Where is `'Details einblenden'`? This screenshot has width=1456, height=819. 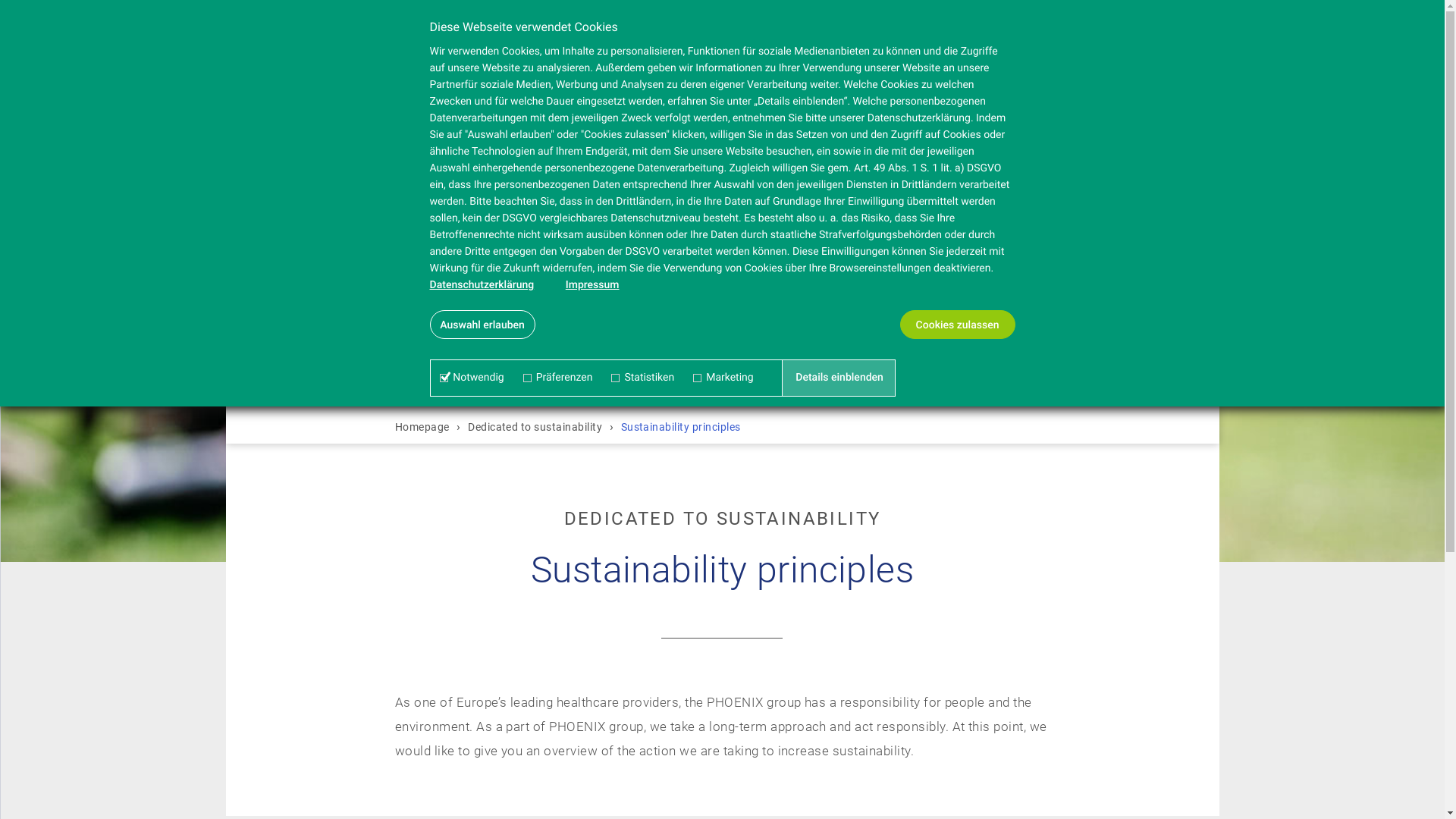
'Details einblenden' is located at coordinates (839, 376).